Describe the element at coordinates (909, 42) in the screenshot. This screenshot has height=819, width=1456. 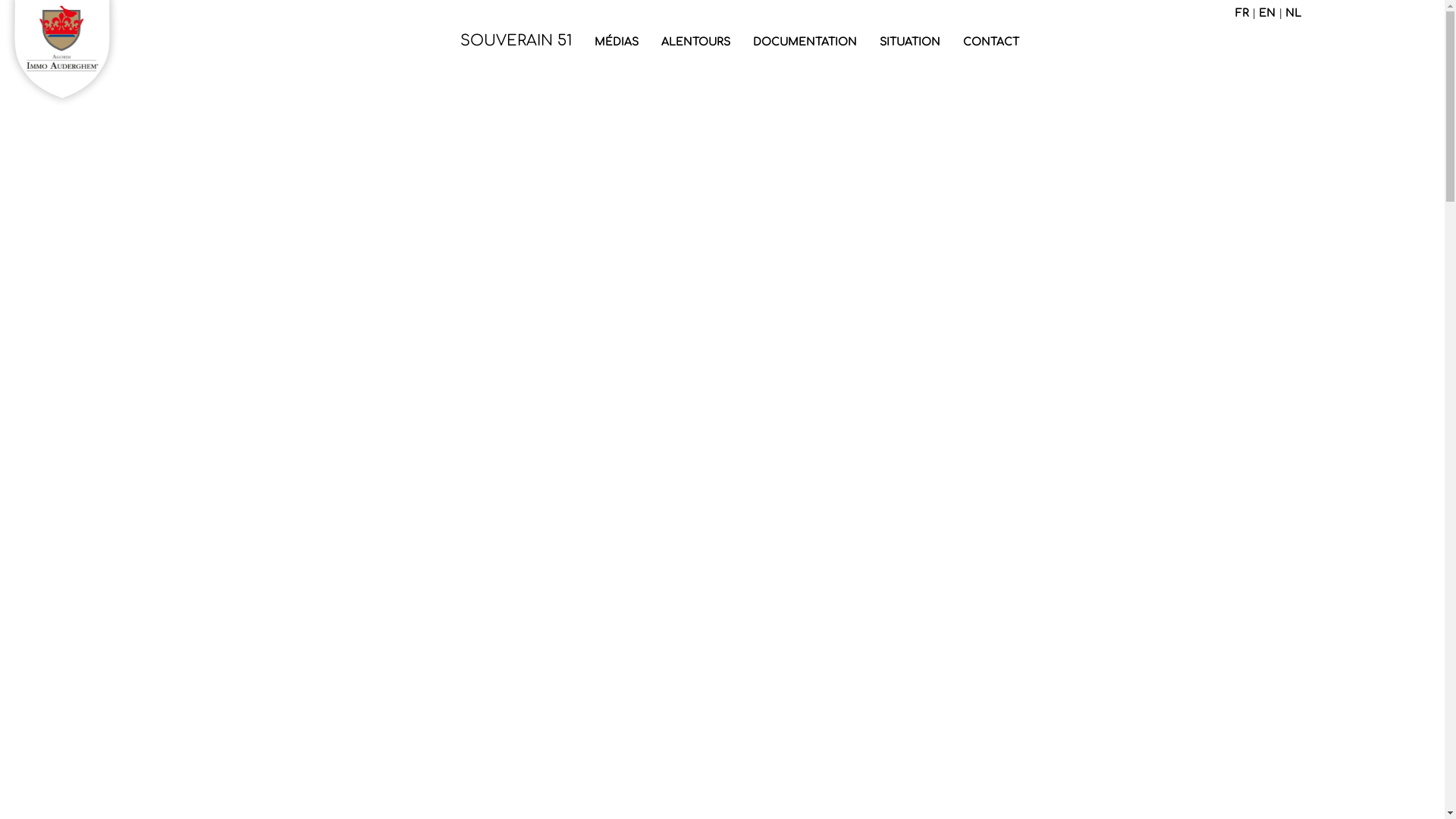
I see `'SITUATION'` at that location.